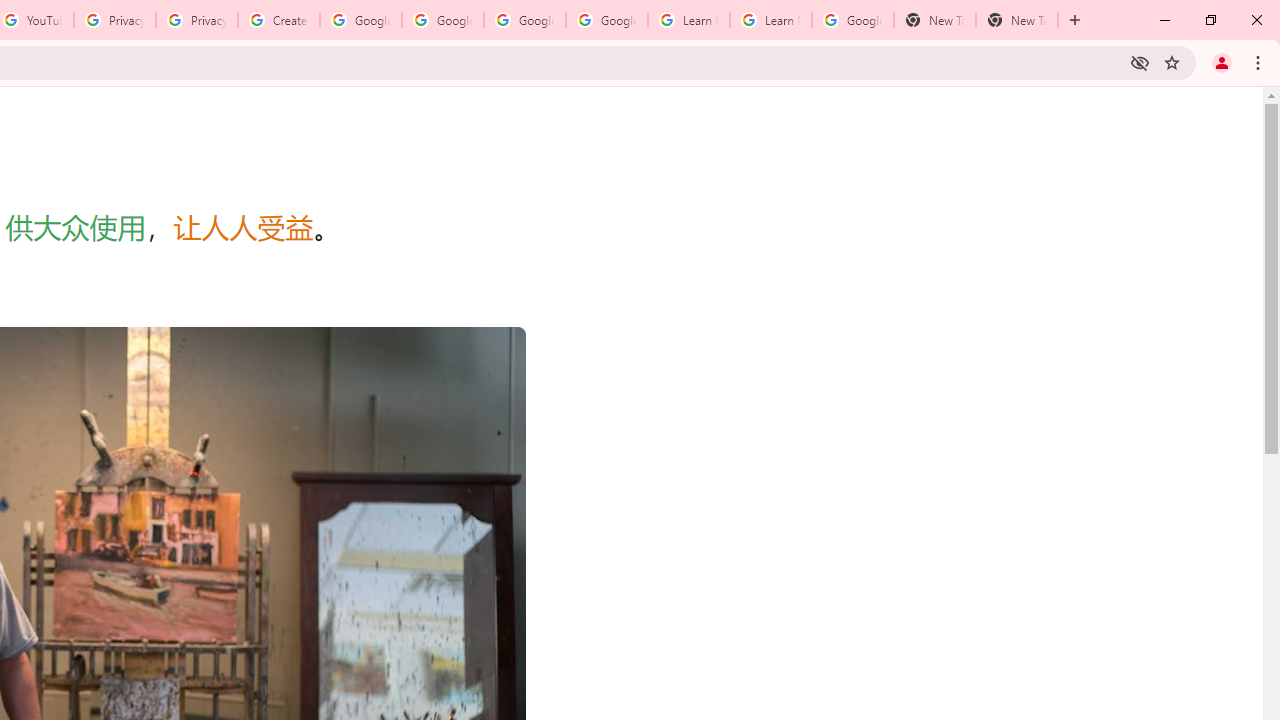 This screenshot has height=720, width=1280. I want to click on 'Close', so click(1255, 20).